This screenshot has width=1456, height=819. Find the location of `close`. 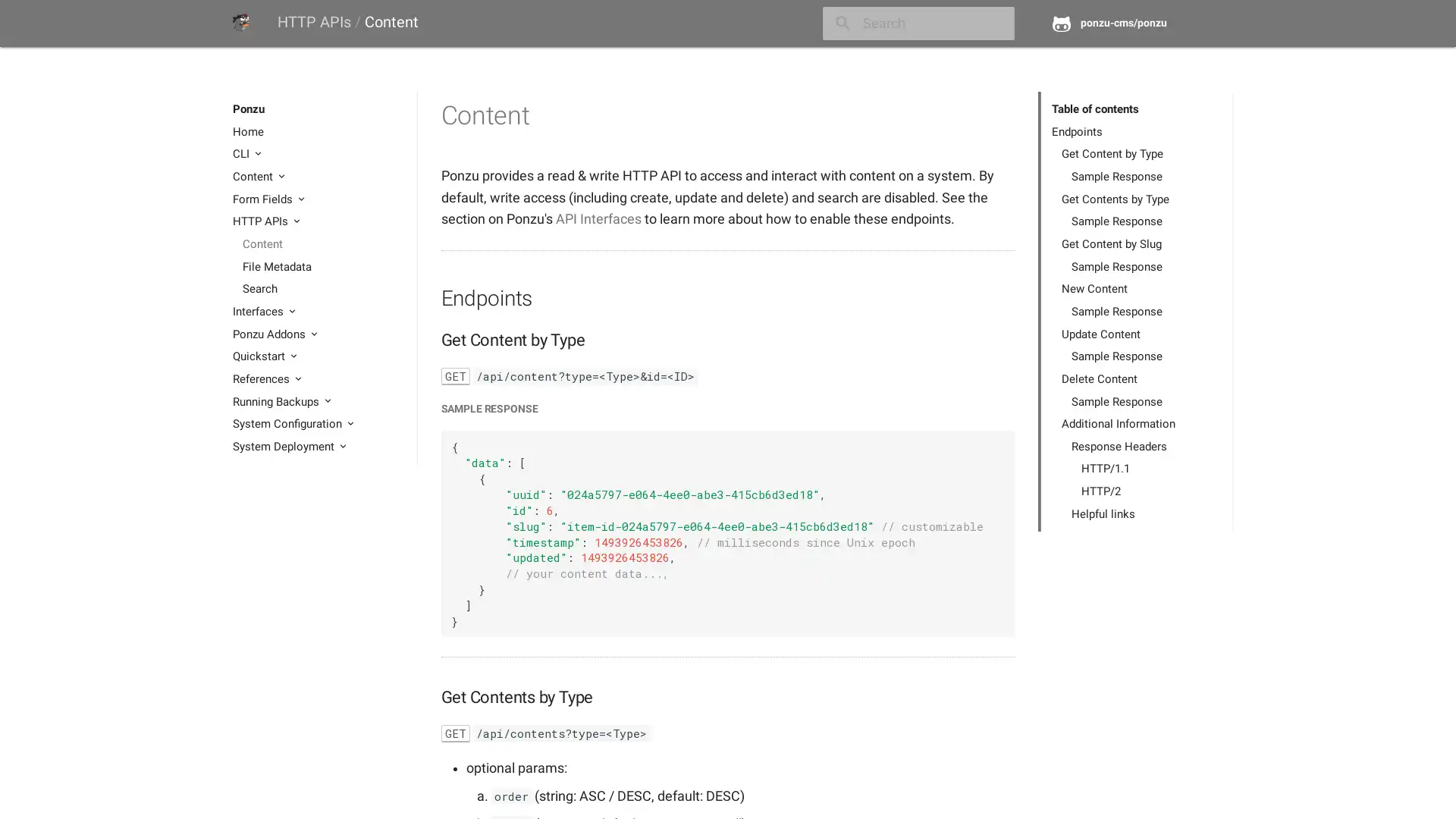

close is located at coordinates (994, 23).